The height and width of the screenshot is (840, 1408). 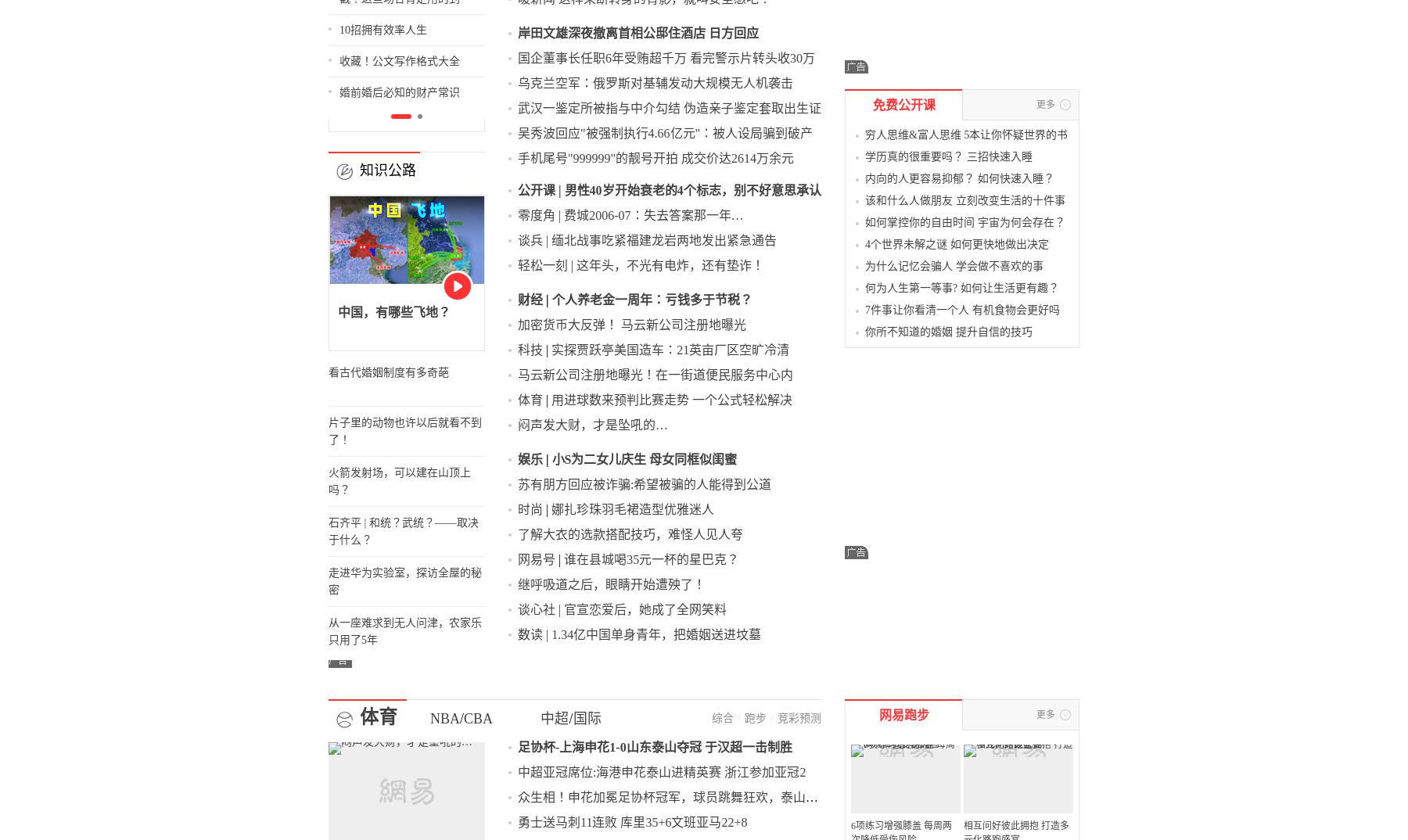 I want to click on '实探贾跃亭美国造车：21英亩厂区空旷冷清', so click(x=742, y=232).